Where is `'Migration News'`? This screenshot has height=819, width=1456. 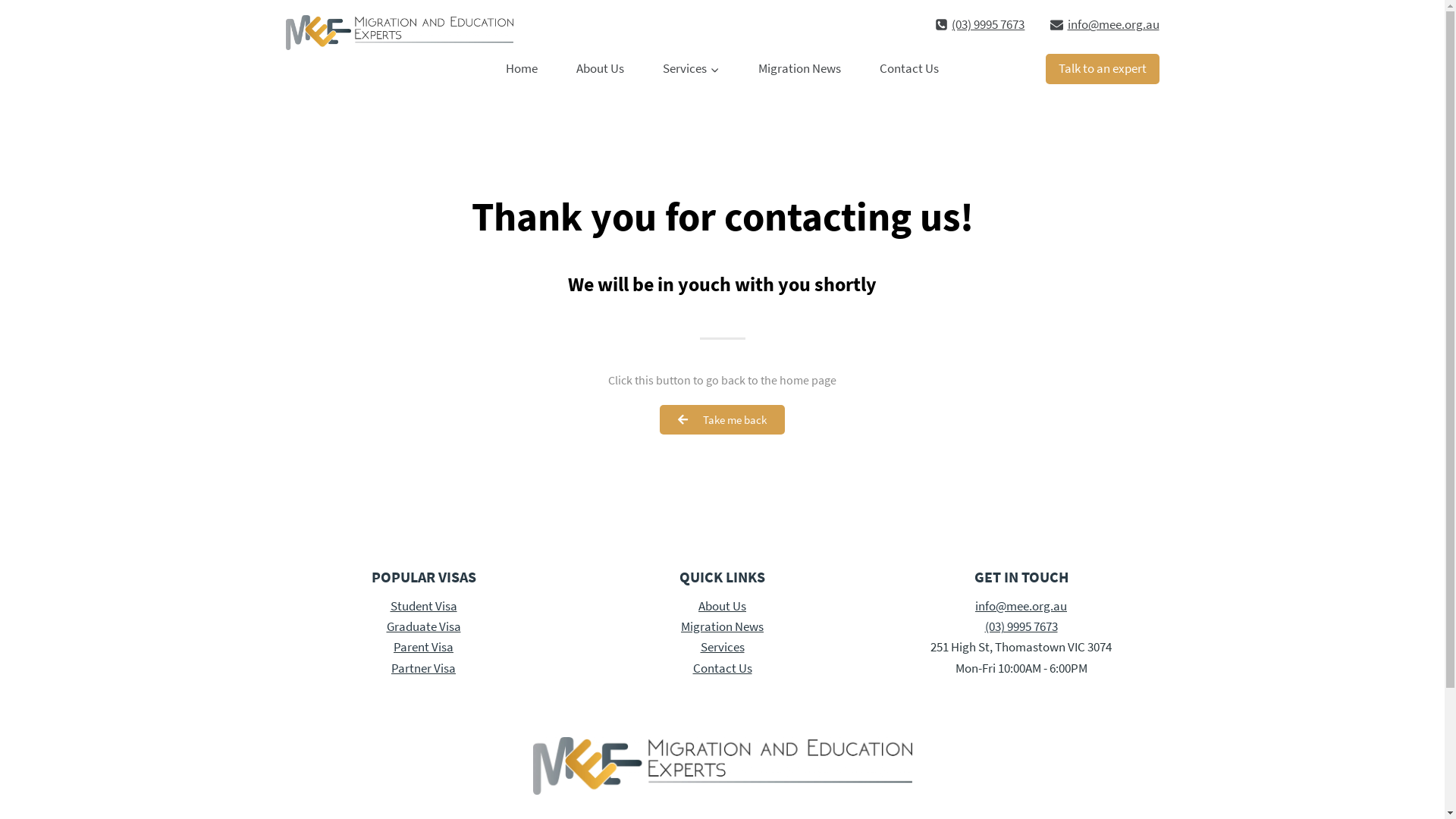
'Migration News' is located at coordinates (721, 626).